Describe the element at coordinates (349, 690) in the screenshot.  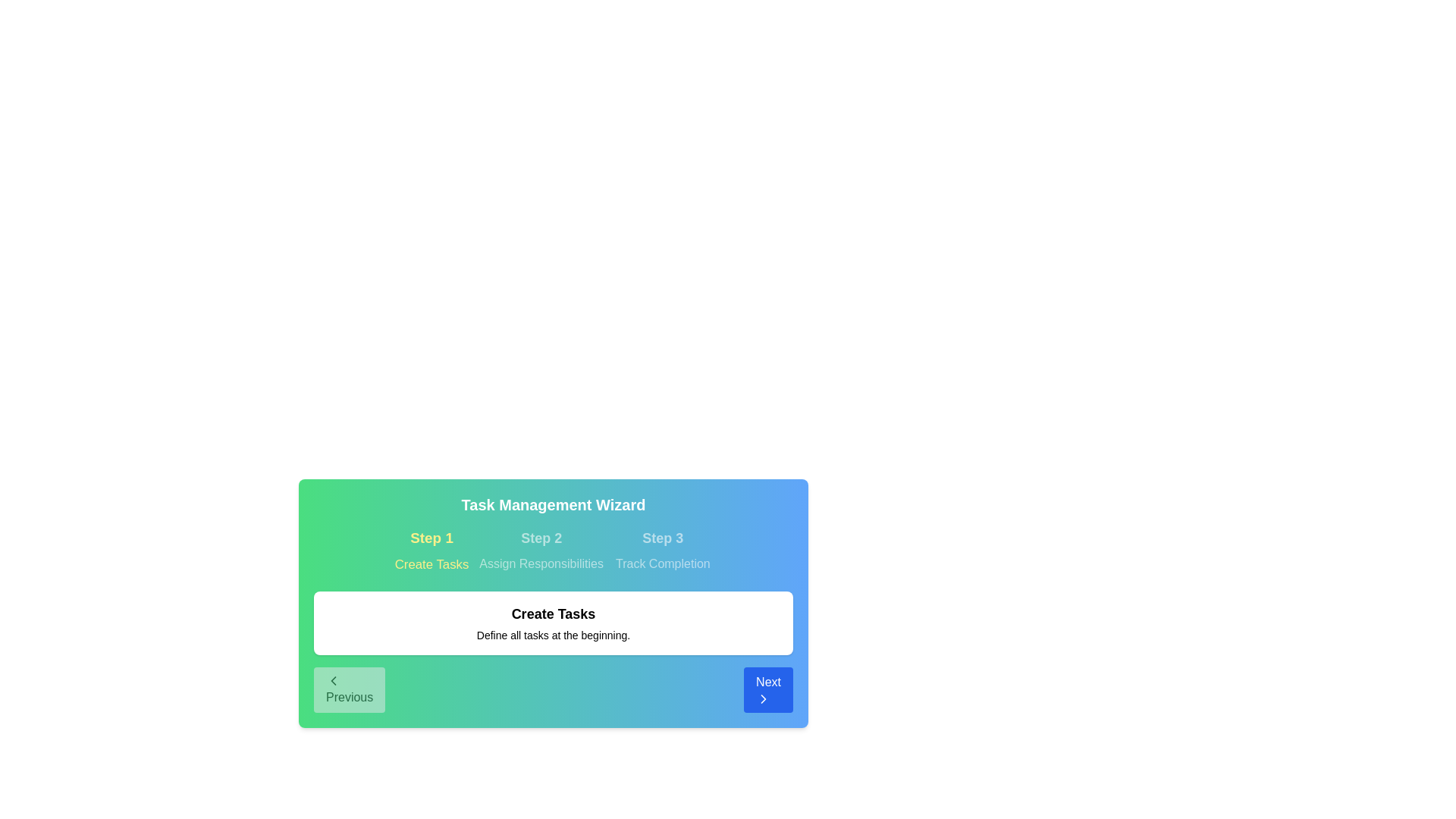
I see `Previous button to navigate through the steps` at that location.